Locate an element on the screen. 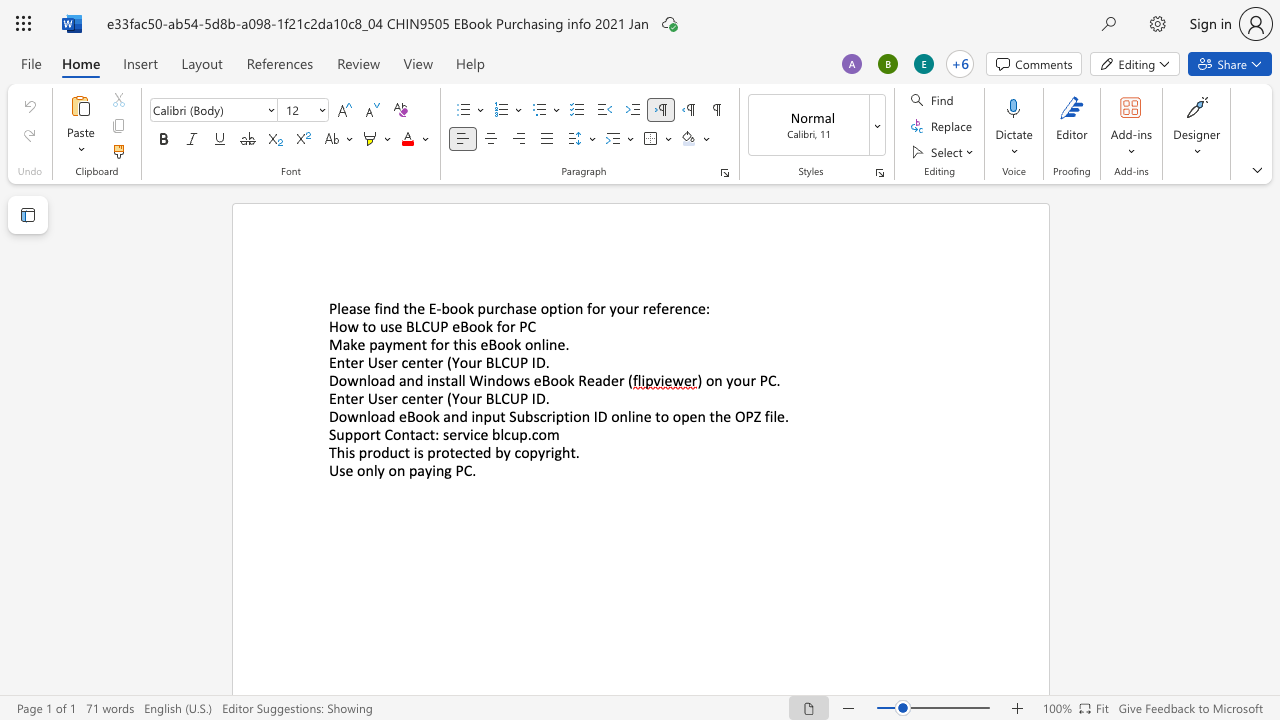 The width and height of the screenshot is (1280, 720). the 3th character "t" in the text is located at coordinates (658, 415).